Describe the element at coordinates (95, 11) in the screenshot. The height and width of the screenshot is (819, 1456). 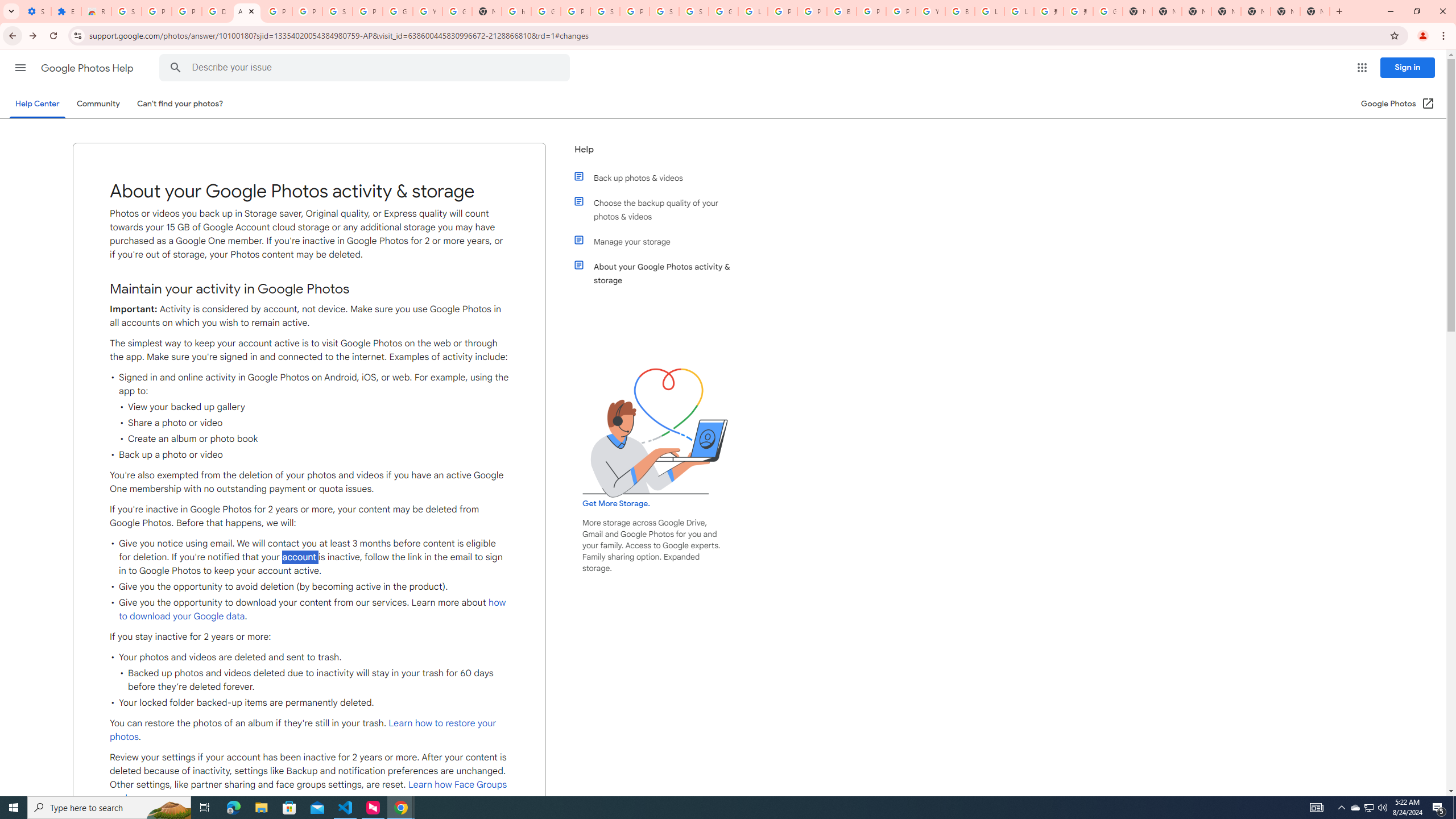
I see `'Reviews: Helix Fruit Jump Arcade Game'` at that location.